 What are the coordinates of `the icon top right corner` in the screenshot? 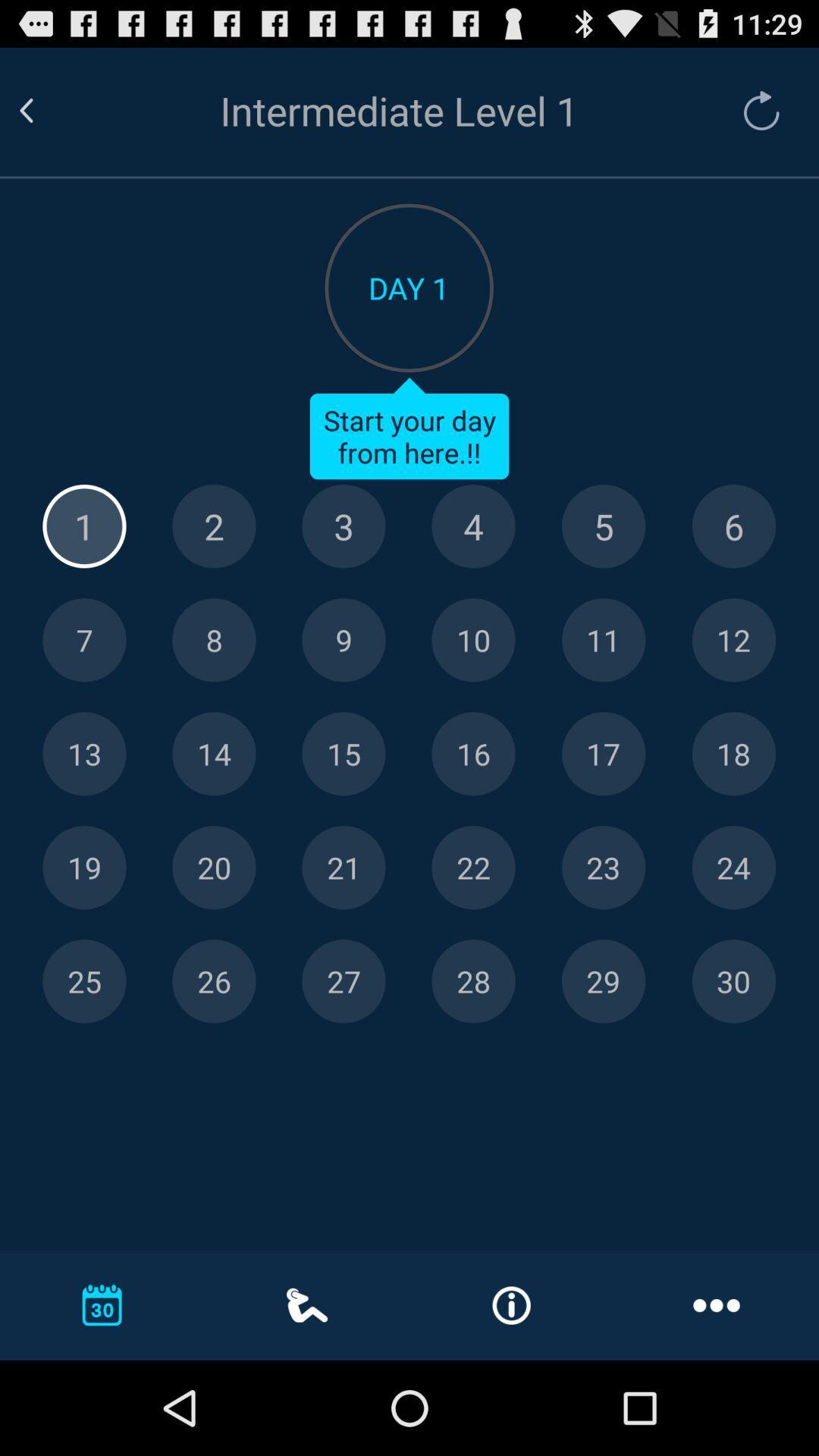 It's located at (754, 110).